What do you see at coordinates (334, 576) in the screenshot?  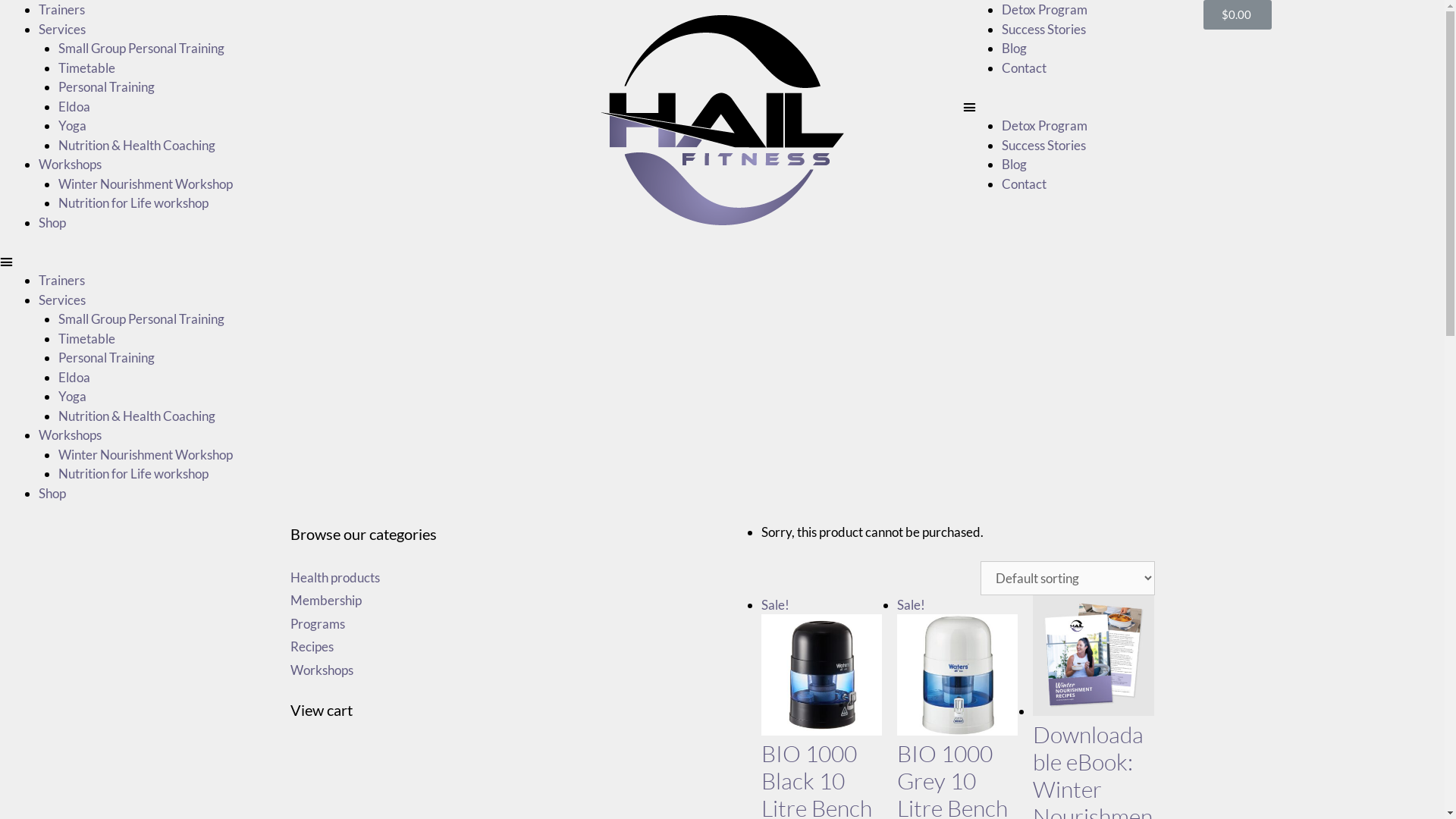 I see `'Health products'` at bounding box center [334, 576].